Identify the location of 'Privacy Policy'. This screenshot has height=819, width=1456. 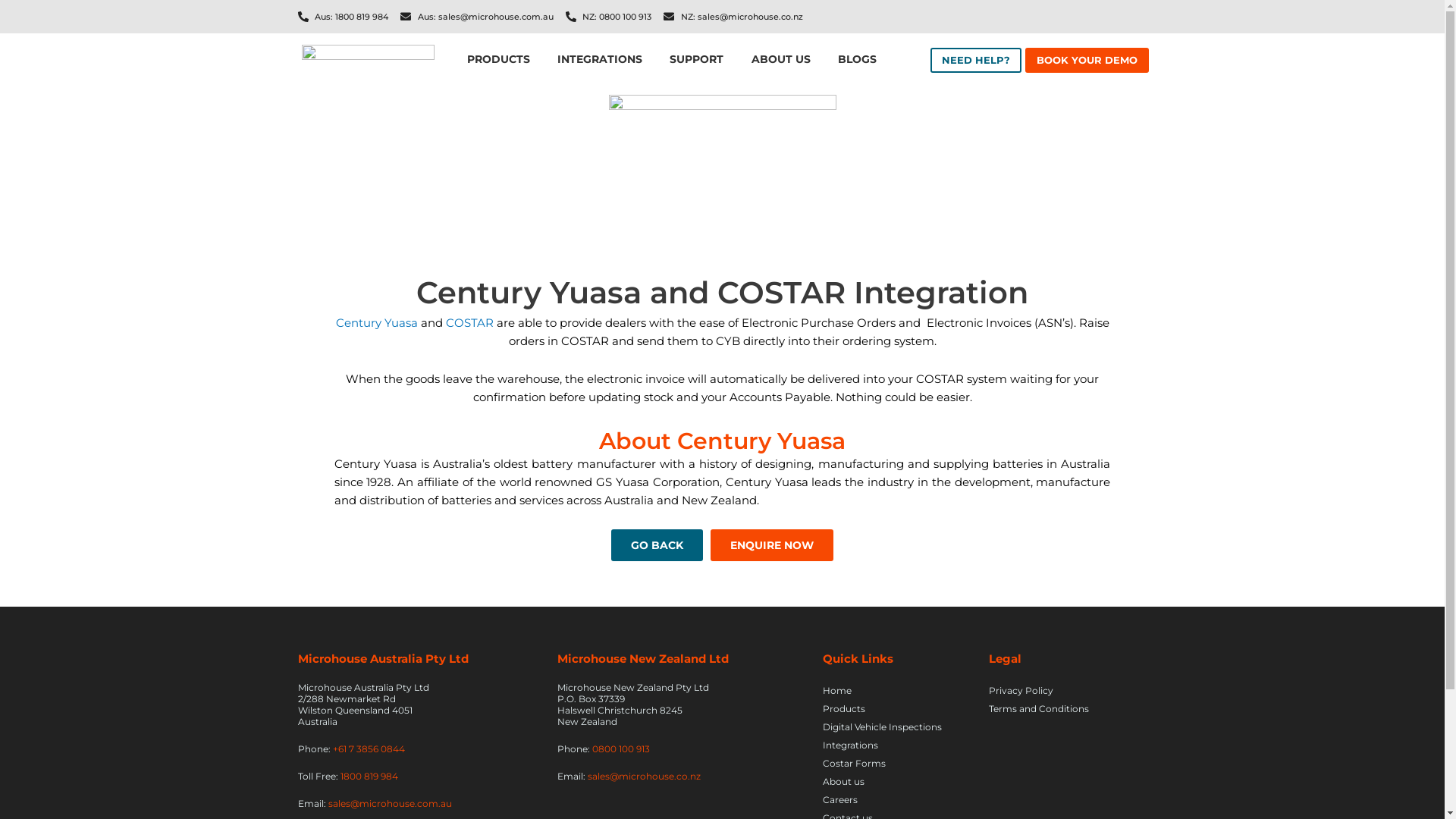
(989, 690).